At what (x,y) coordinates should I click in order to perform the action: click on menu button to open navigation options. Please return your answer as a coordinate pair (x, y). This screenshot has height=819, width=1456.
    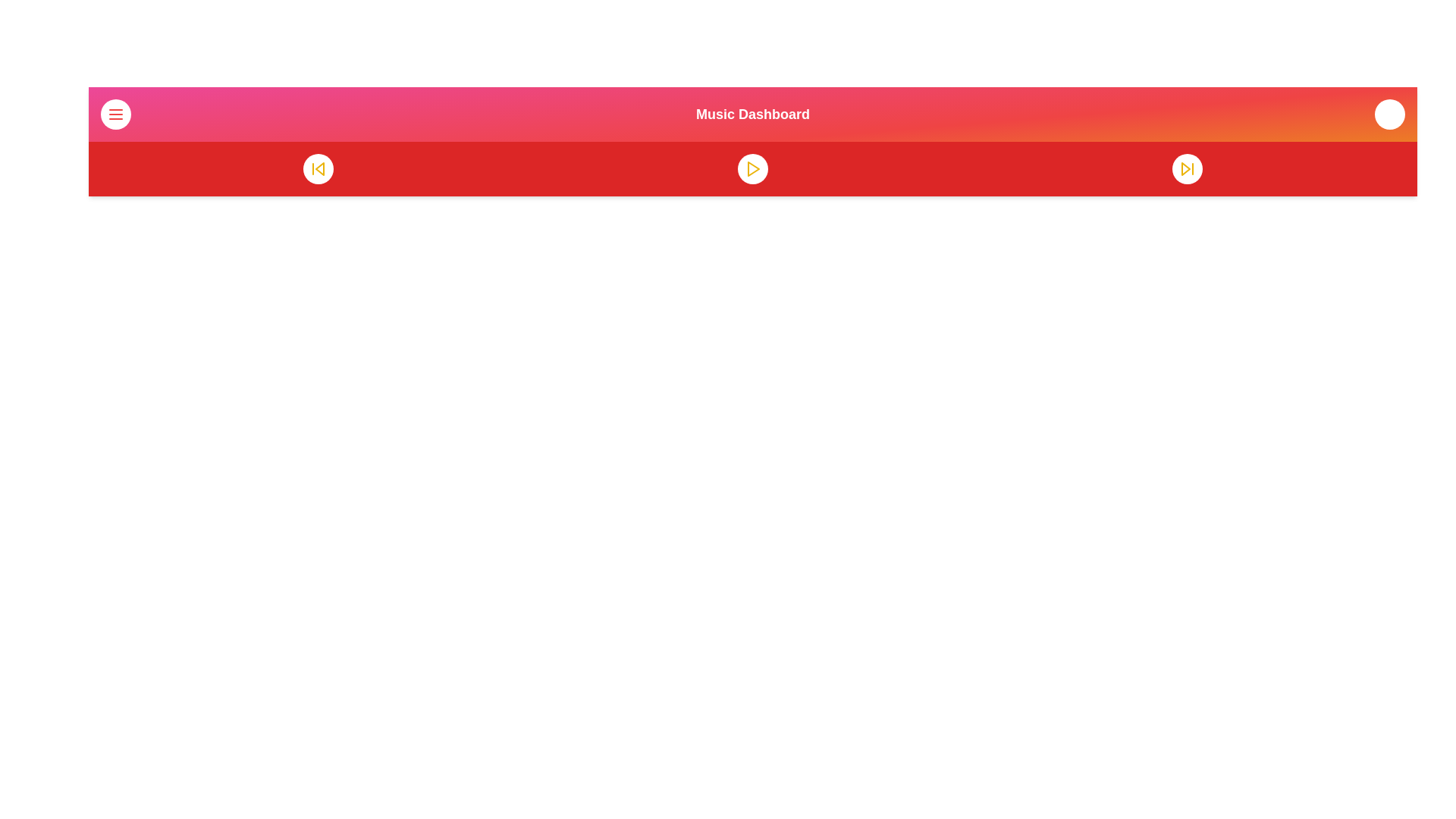
    Looking at the image, I should click on (115, 113).